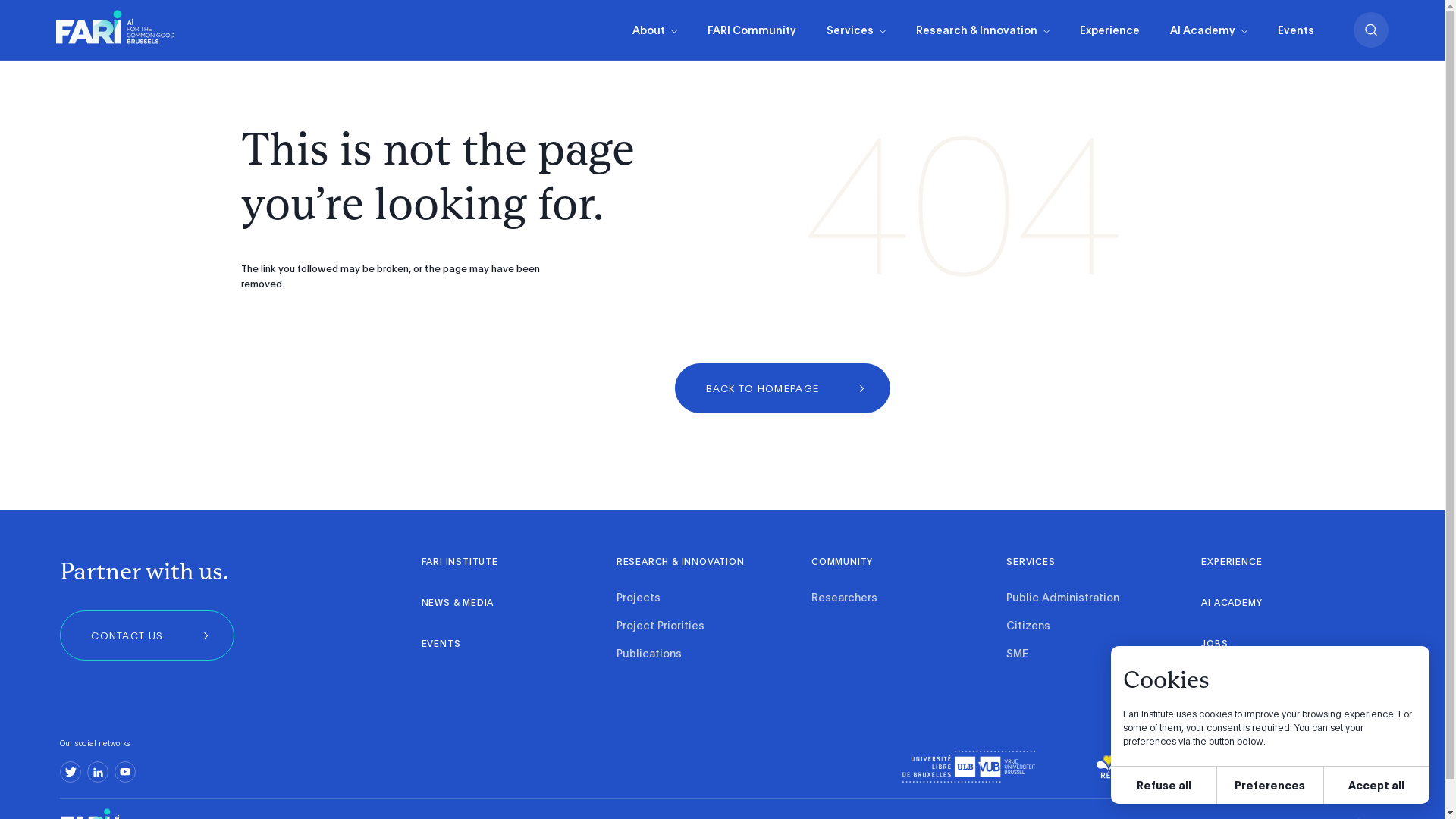 The height and width of the screenshot is (819, 1456). Describe the element at coordinates (648, 654) in the screenshot. I see `'Publications'` at that location.